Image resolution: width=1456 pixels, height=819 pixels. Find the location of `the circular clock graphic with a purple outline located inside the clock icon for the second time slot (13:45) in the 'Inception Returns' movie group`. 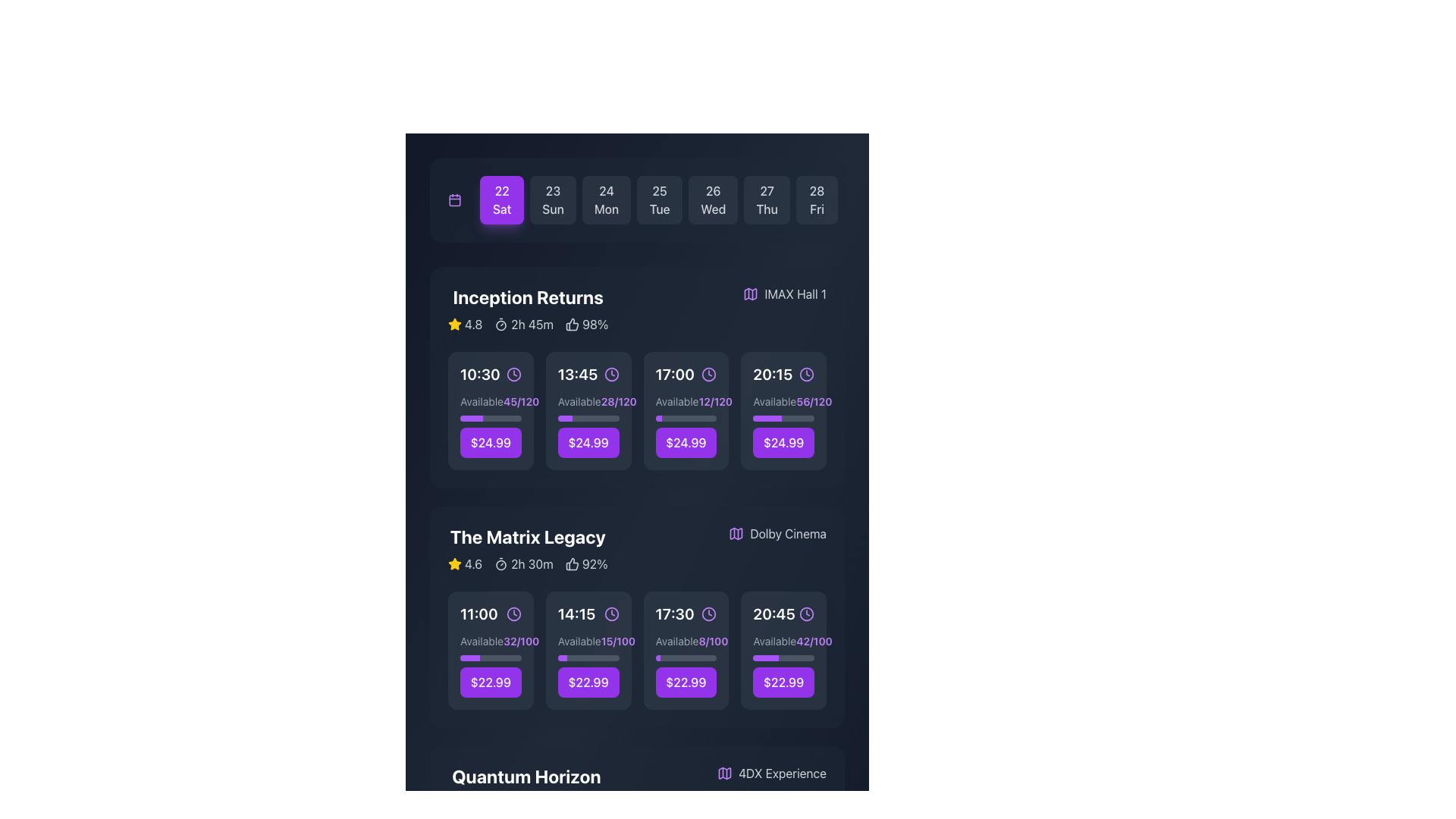

the circular clock graphic with a purple outline located inside the clock icon for the second time slot (13:45) in the 'Inception Returns' movie group is located at coordinates (611, 374).